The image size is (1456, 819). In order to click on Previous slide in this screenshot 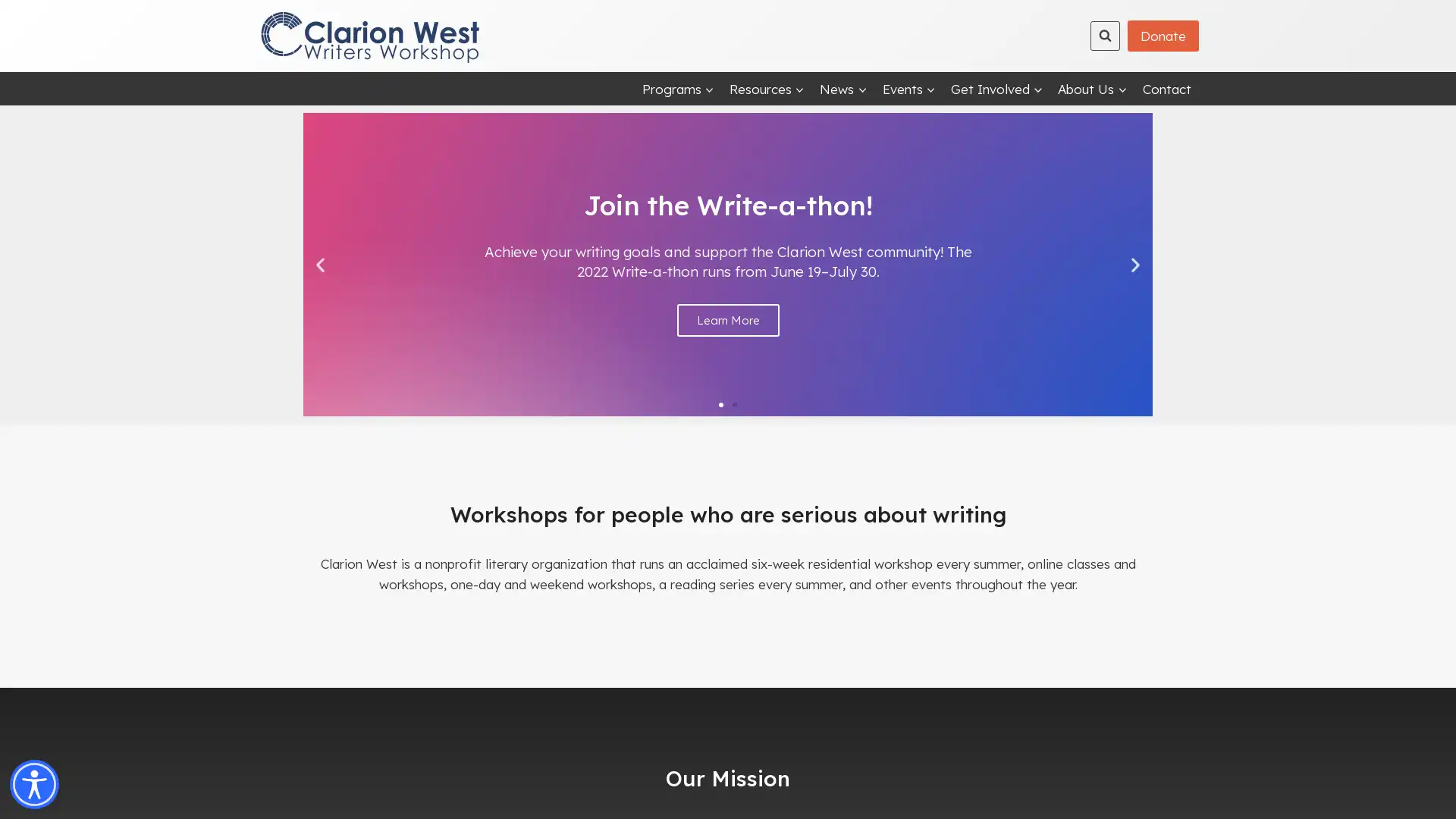, I will do `click(319, 263)`.